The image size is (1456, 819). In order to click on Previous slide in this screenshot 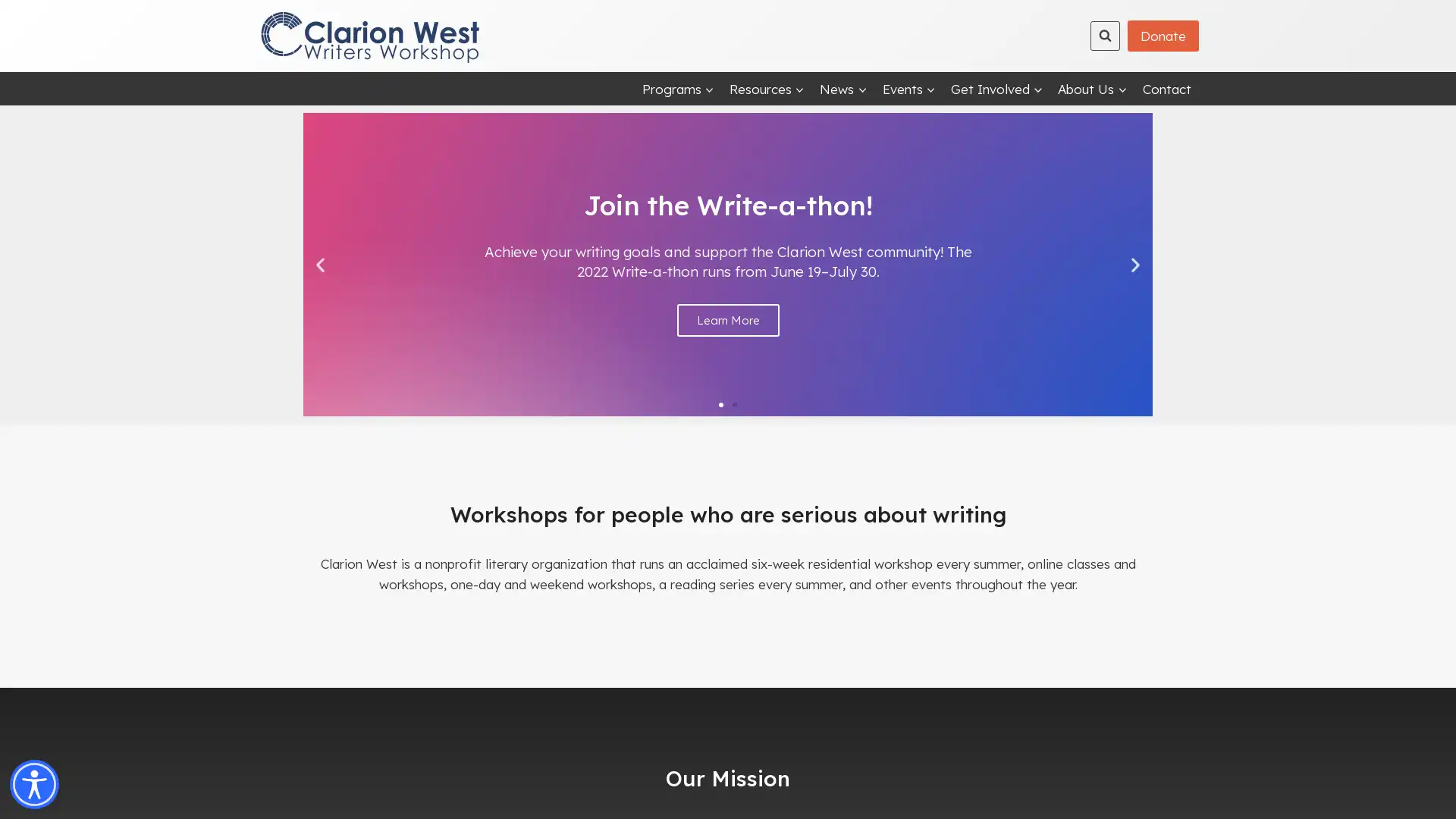, I will do `click(319, 263)`.